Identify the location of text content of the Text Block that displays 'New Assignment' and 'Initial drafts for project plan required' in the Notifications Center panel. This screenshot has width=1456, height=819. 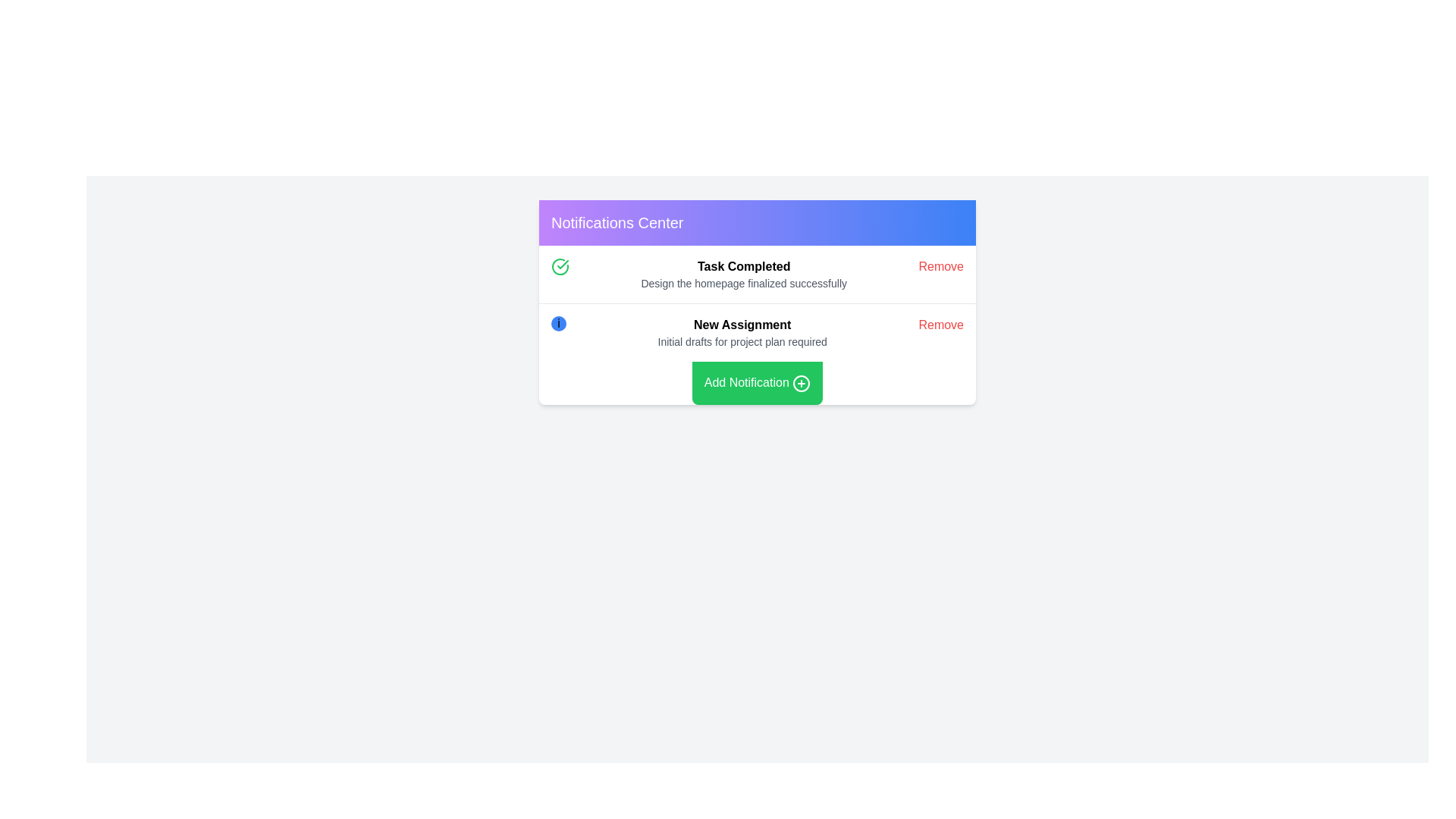
(742, 332).